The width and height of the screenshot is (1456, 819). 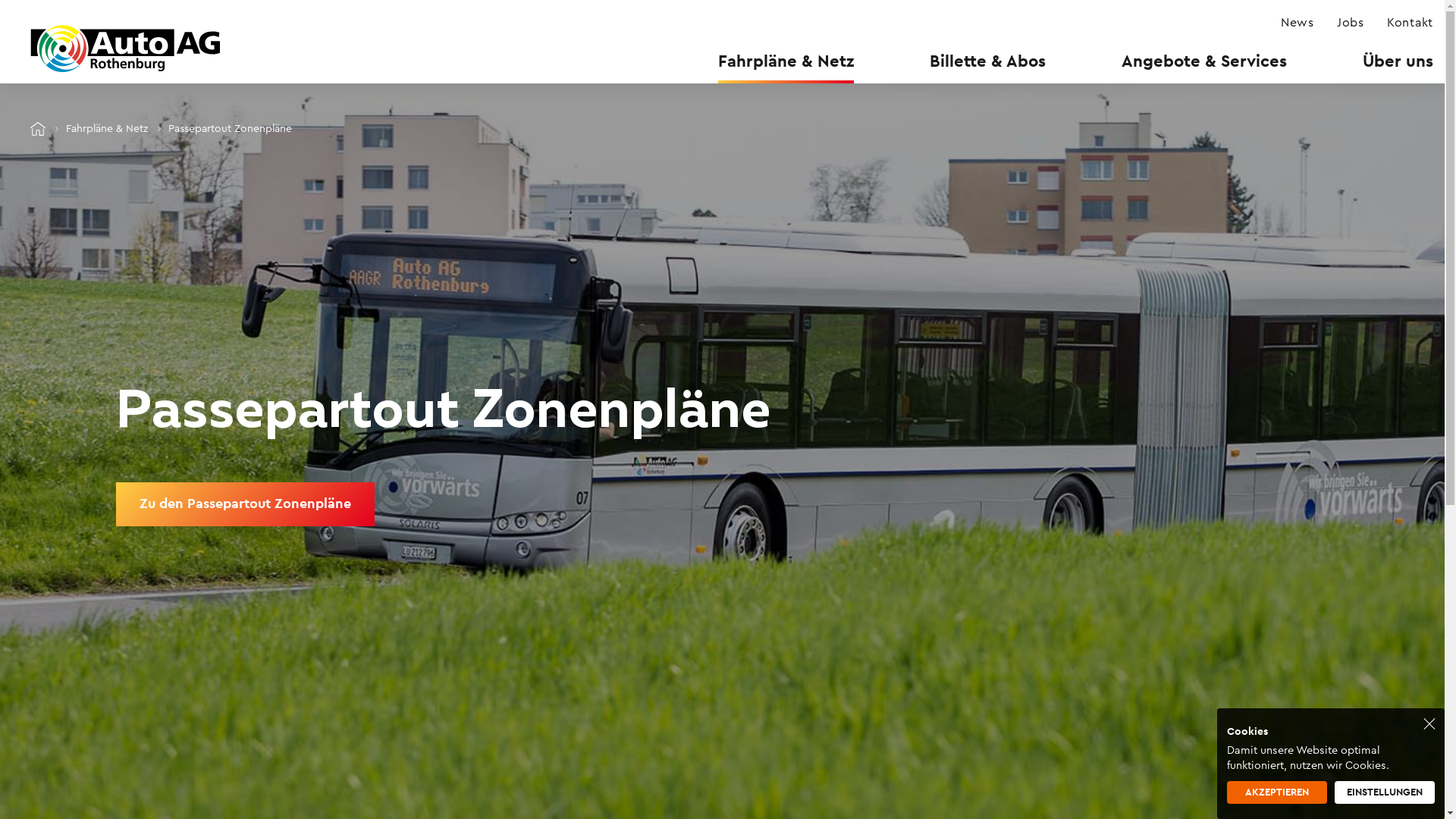 What do you see at coordinates (1203, 60) in the screenshot?
I see `'Angebote & Services'` at bounding box center [1203, 60].